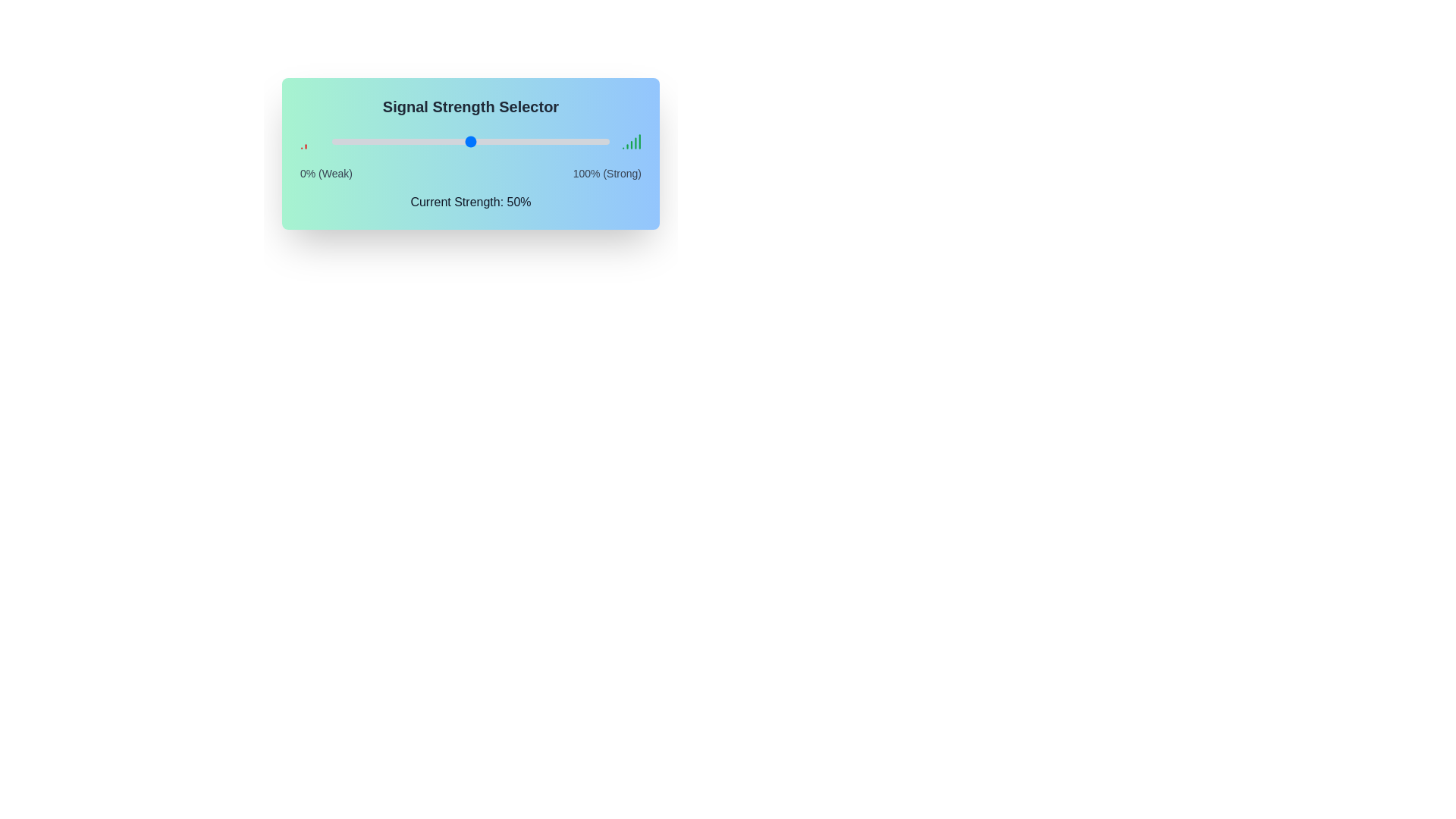 The width and height of the screenshot is (1456, 819). I want to click on the signal strength slider to 98%, so click(602, 141).